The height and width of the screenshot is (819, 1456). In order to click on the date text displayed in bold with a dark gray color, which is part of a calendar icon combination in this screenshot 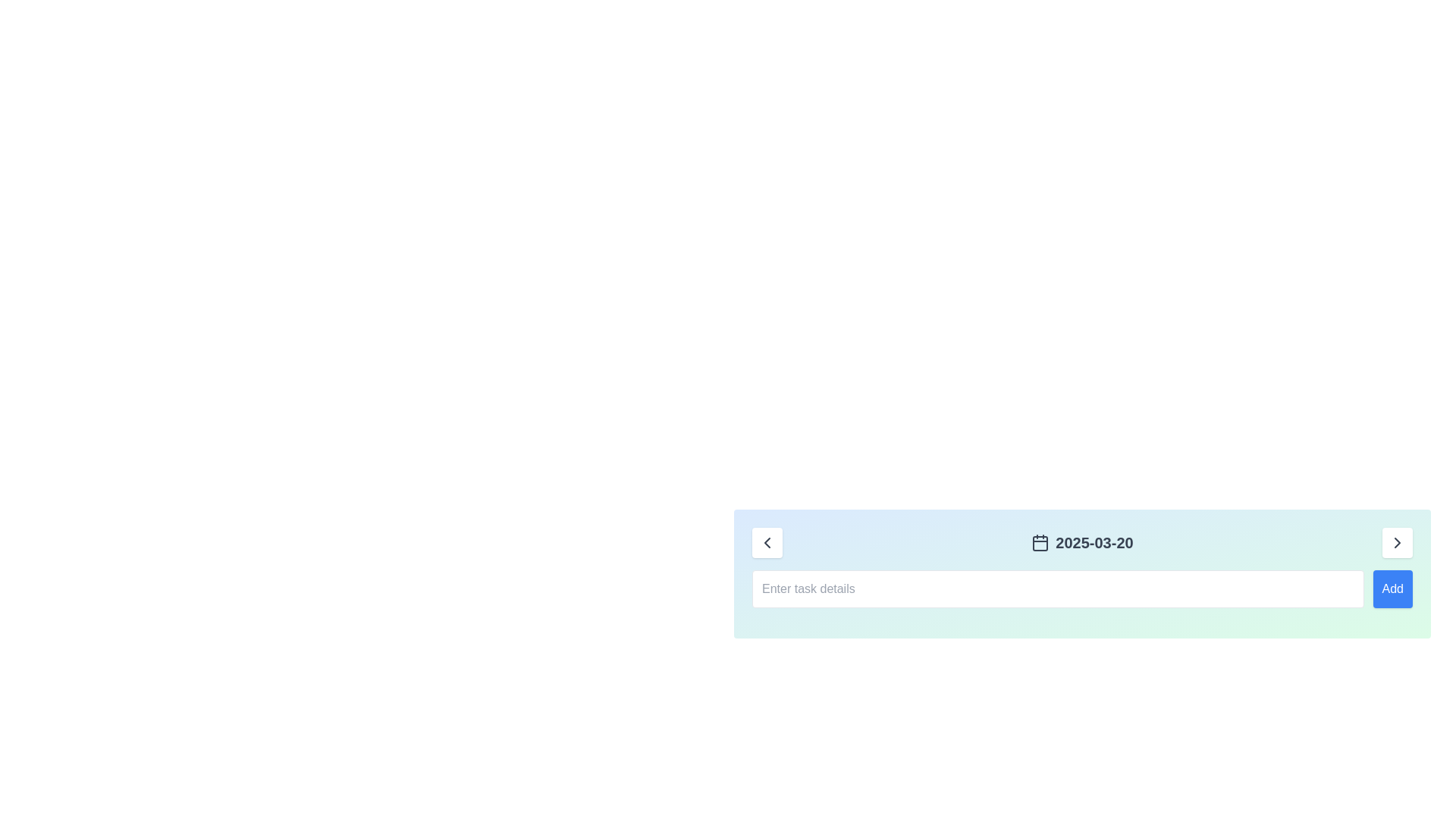, I will do `click(1081, 542)`.